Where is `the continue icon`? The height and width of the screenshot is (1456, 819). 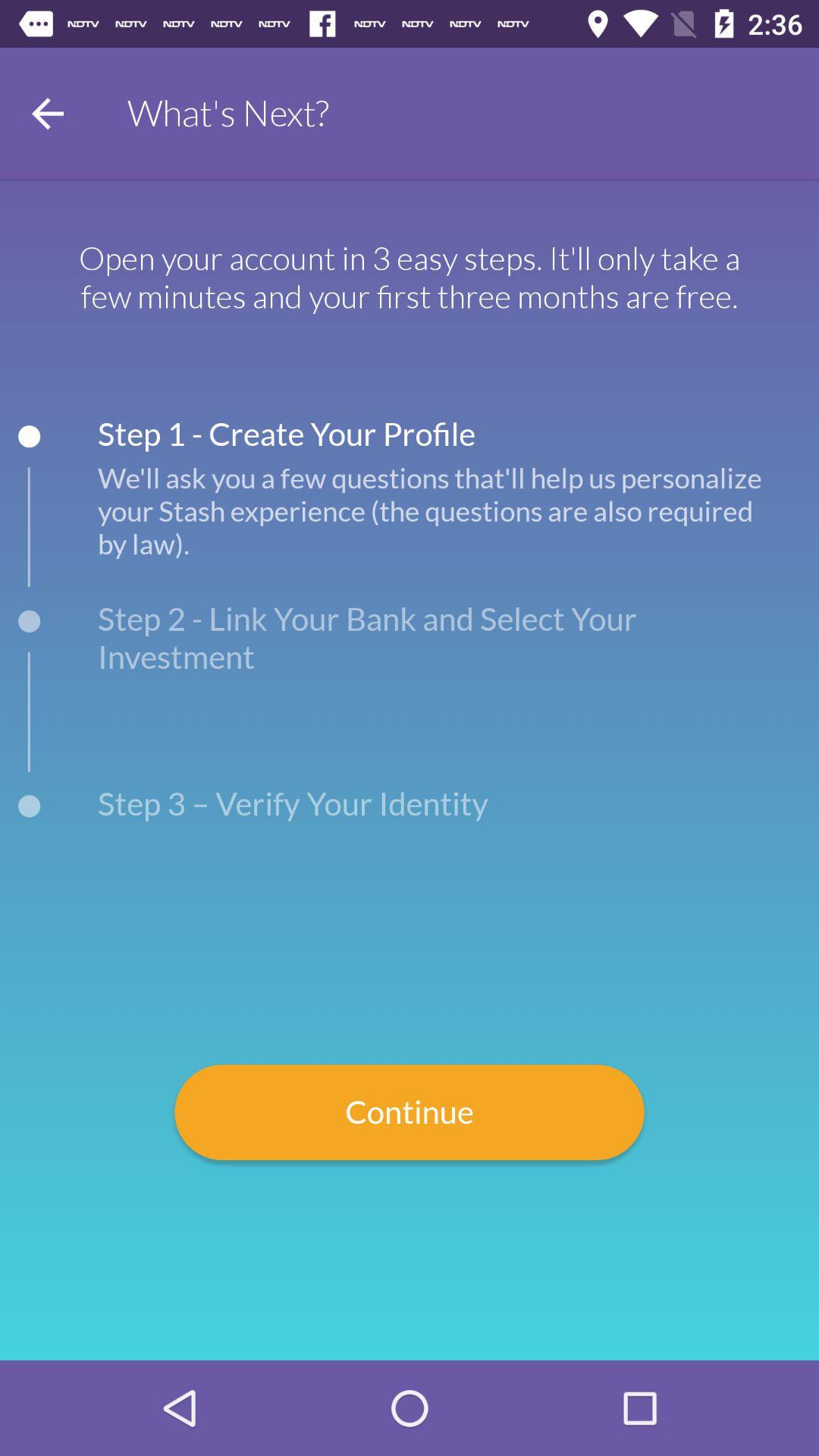 the continue icon is located at coordinates (409, 1112).